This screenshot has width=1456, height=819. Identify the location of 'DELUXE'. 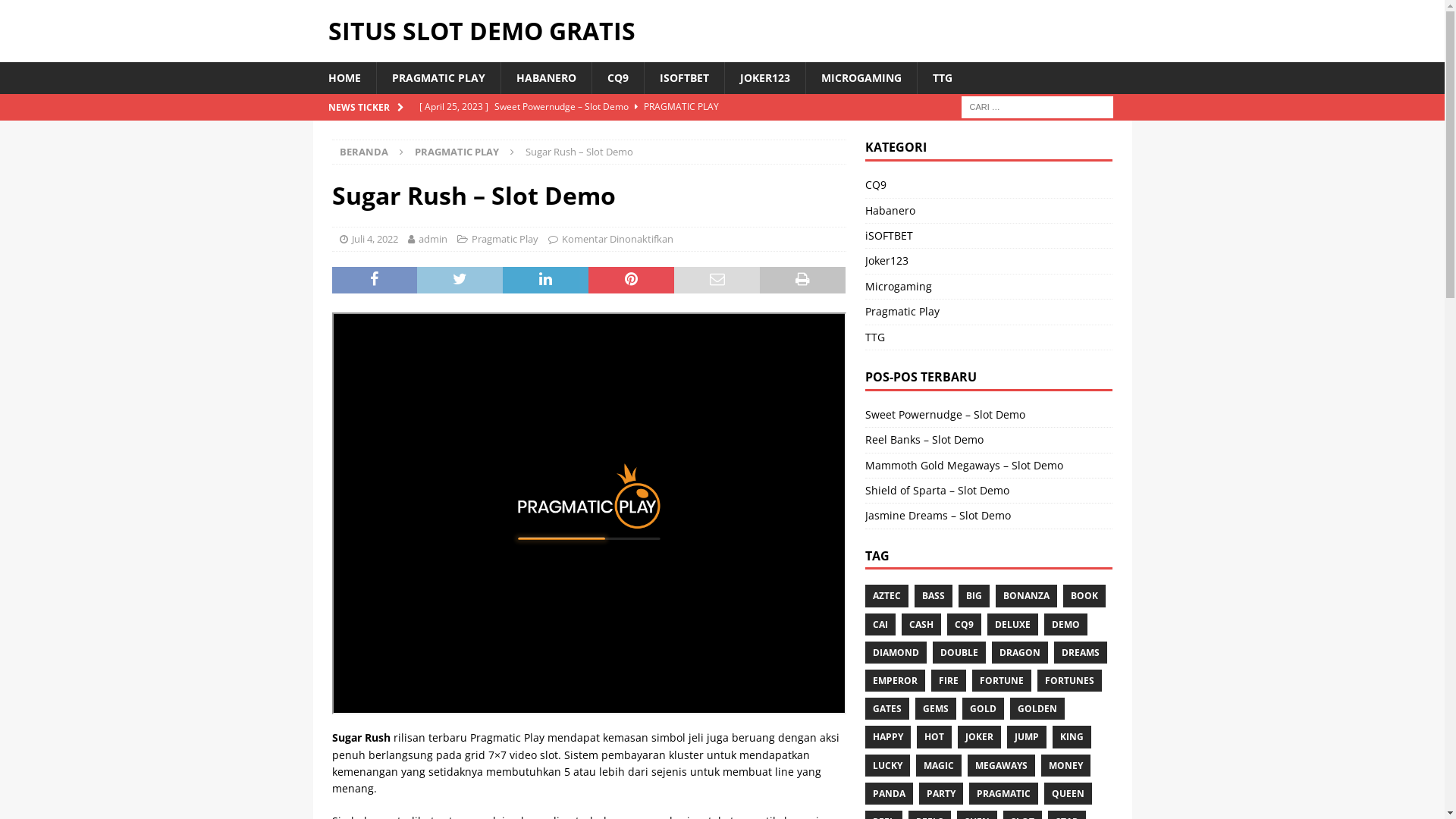
(1012, 624).